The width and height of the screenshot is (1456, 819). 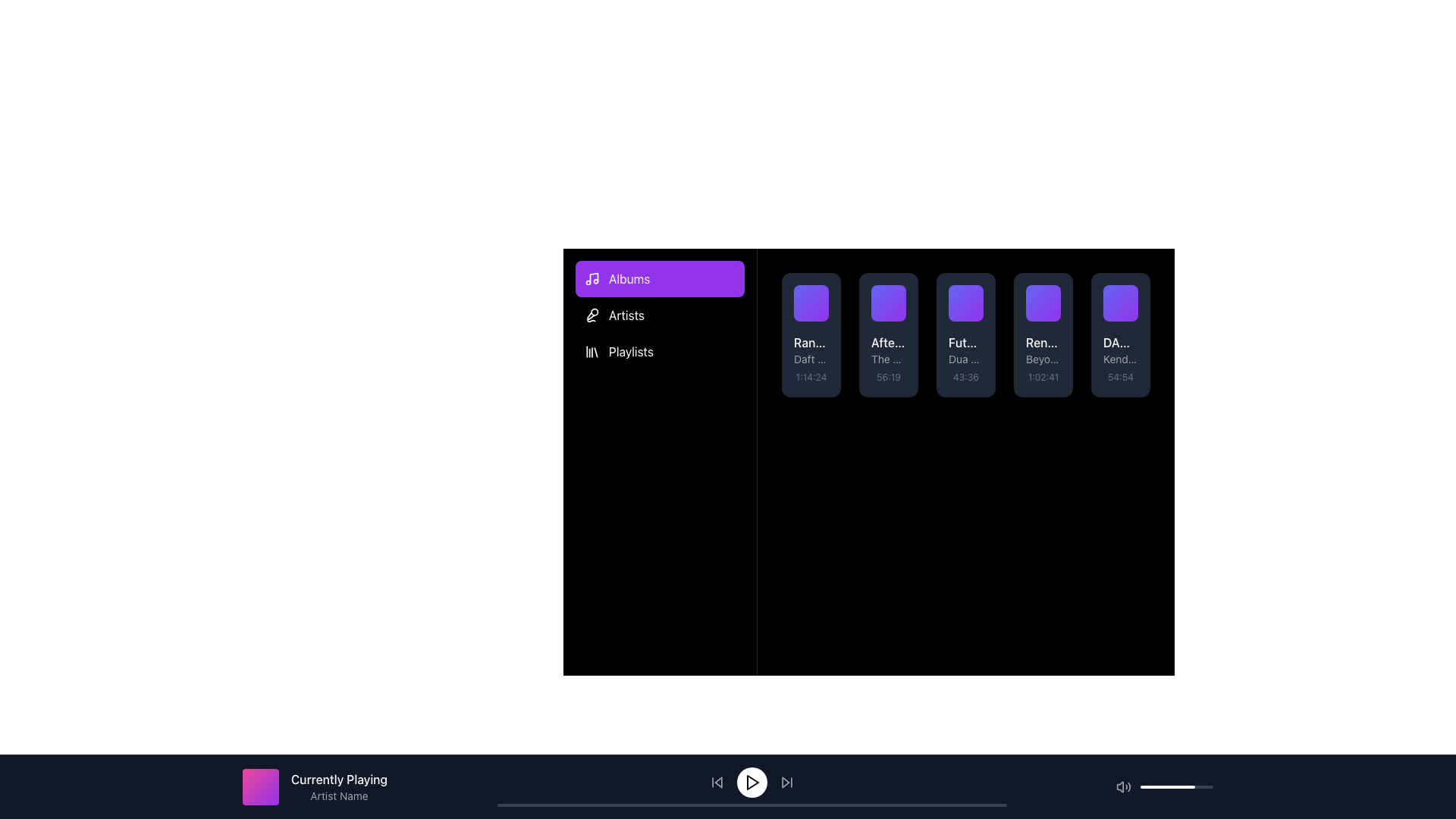 I want to click on album title 'Random Access Memories' displayed in the static text label located in the center-right section of the application interface, so click(x=811, y=342).